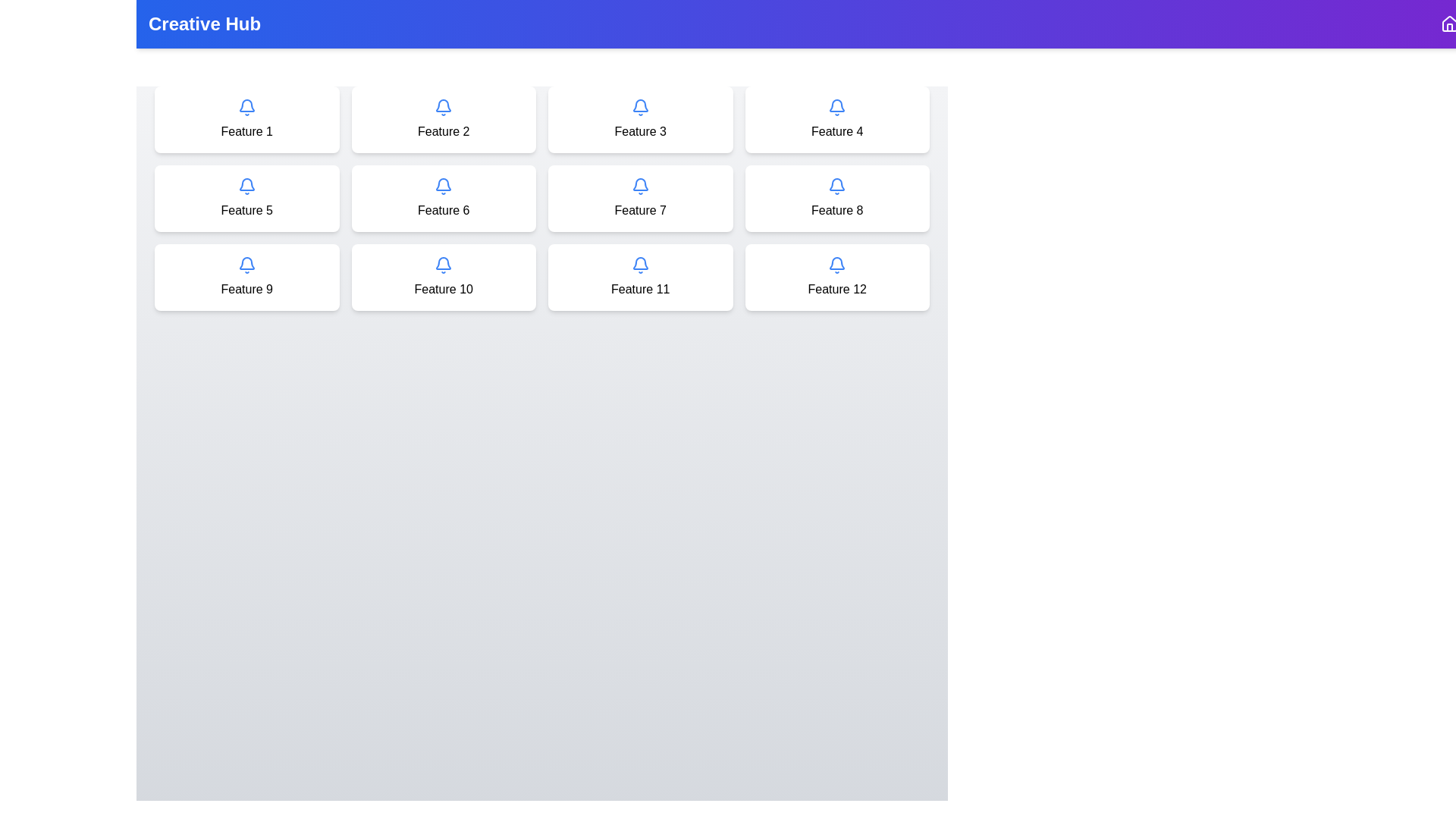 The image size is (1456, 819). What do you see at coordinates (1448, 24) in the screenshot?
I see `the navigation icon corresponding to Home` at bounding box center [1448, 24].